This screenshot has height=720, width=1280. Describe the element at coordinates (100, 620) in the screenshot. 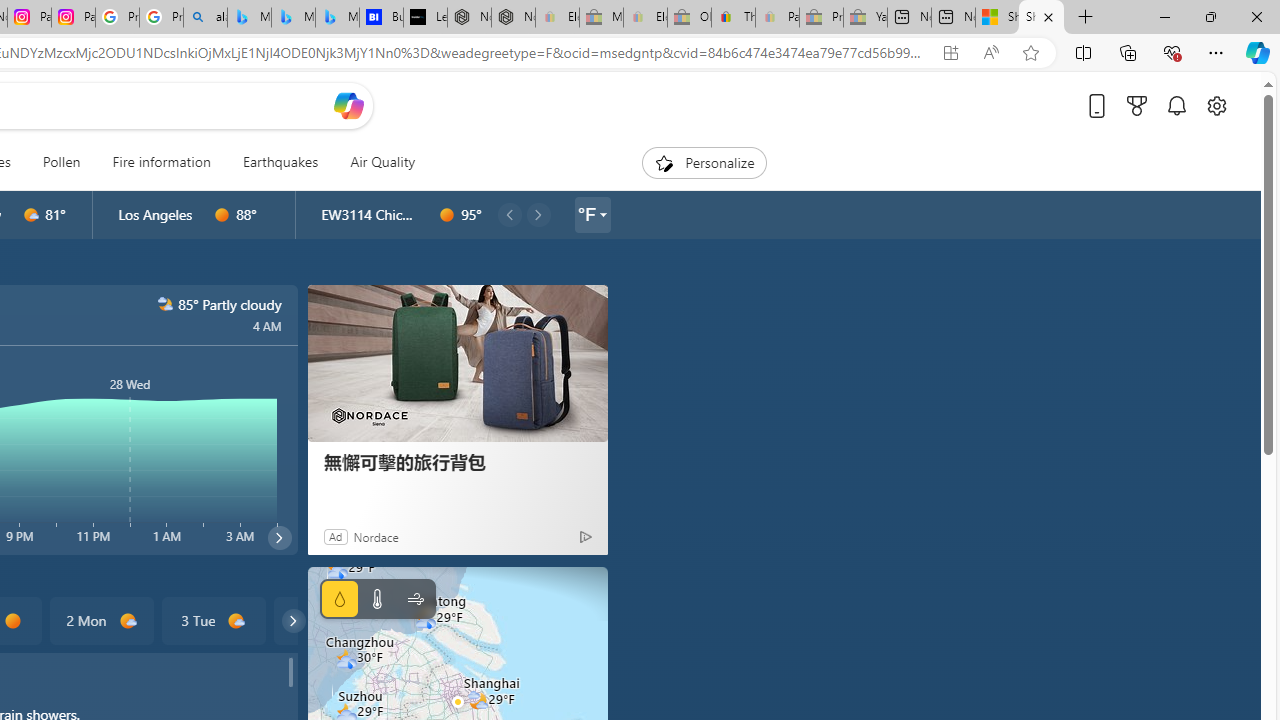

I see `'2 Mon d1000'` at that location.